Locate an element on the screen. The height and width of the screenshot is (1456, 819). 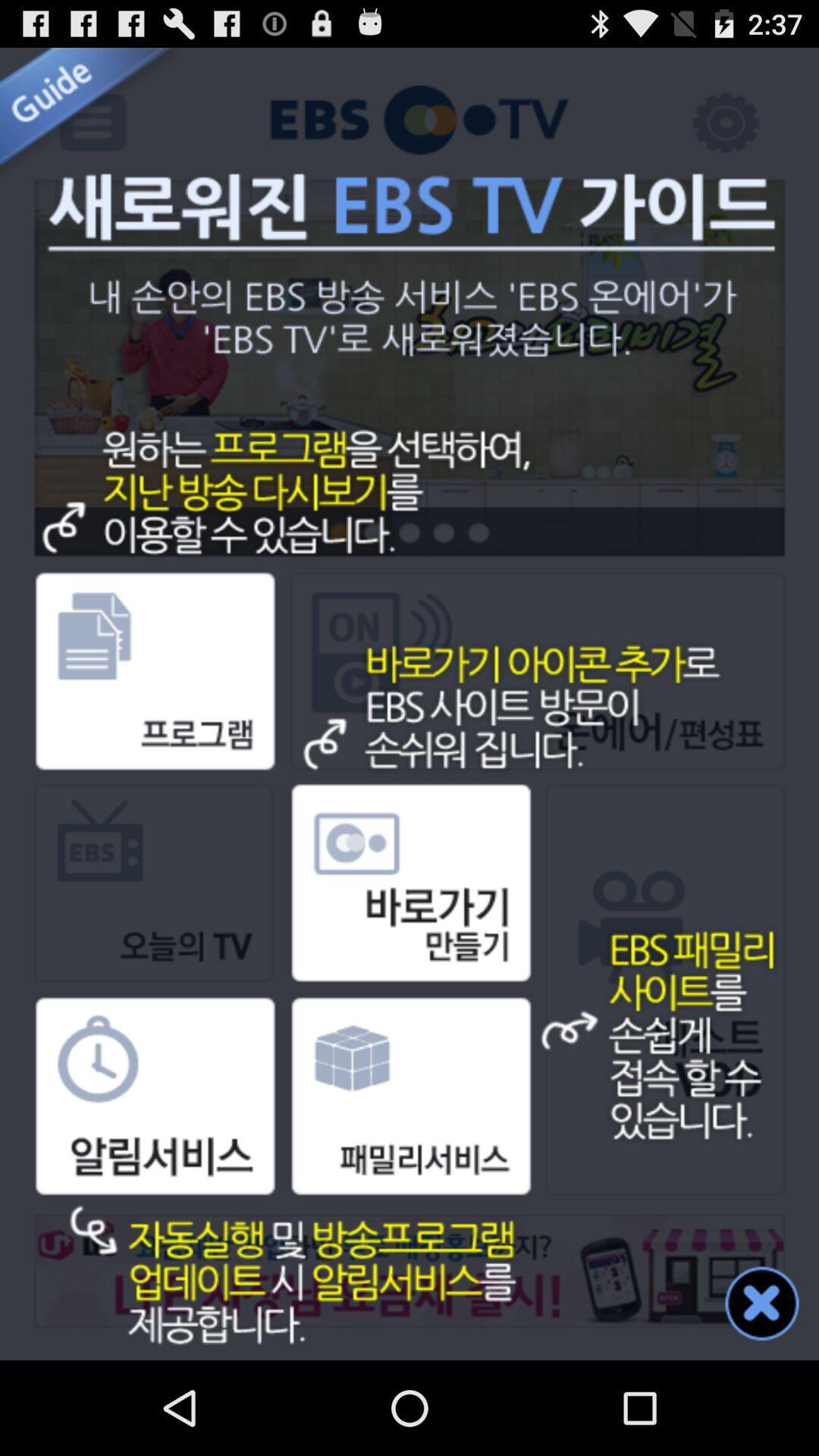
the text which is above the cube is located at coordinates (408, 934).